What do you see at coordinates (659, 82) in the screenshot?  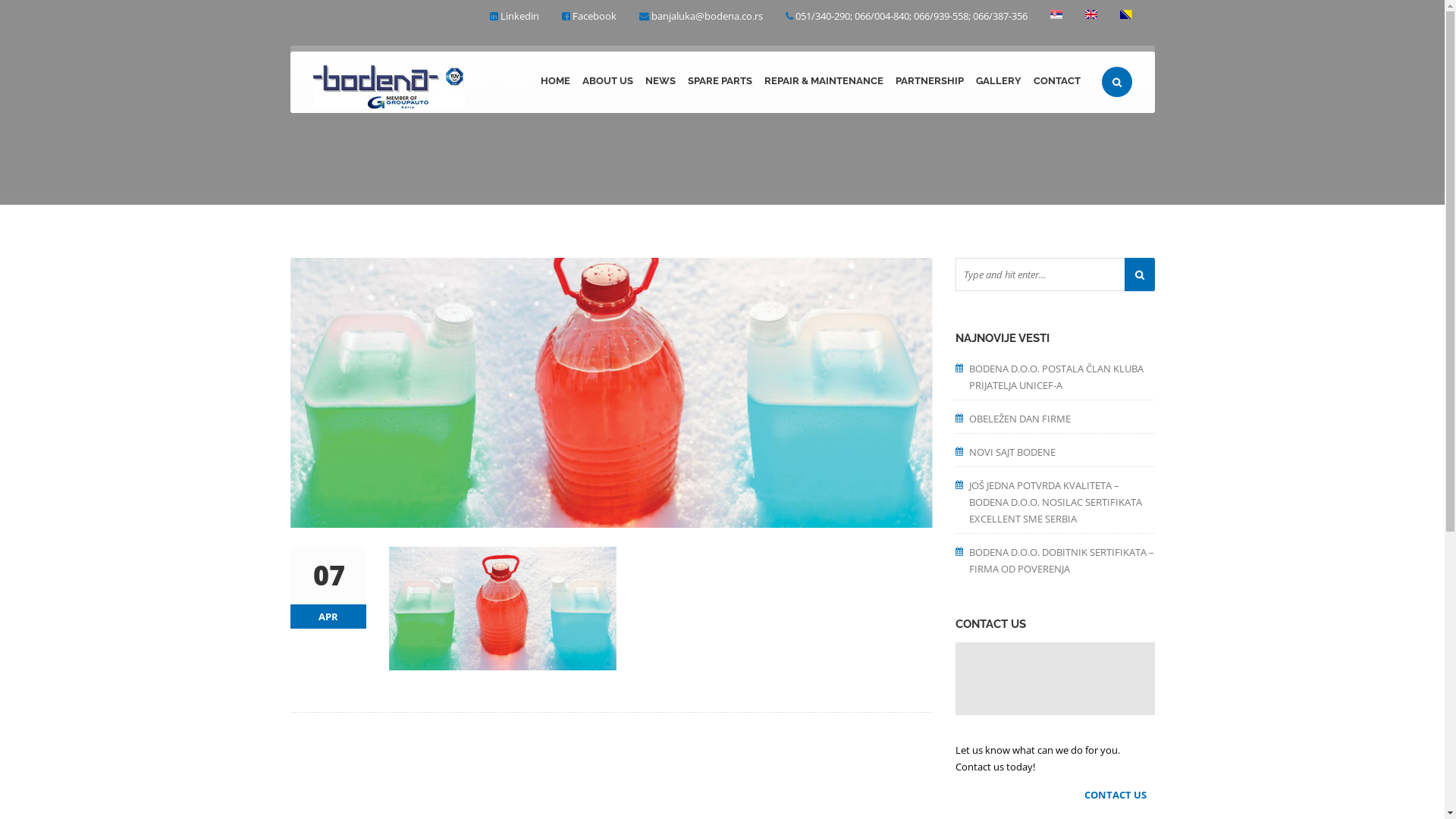 I see `'NEWS'` at bounding box center [659, 82].